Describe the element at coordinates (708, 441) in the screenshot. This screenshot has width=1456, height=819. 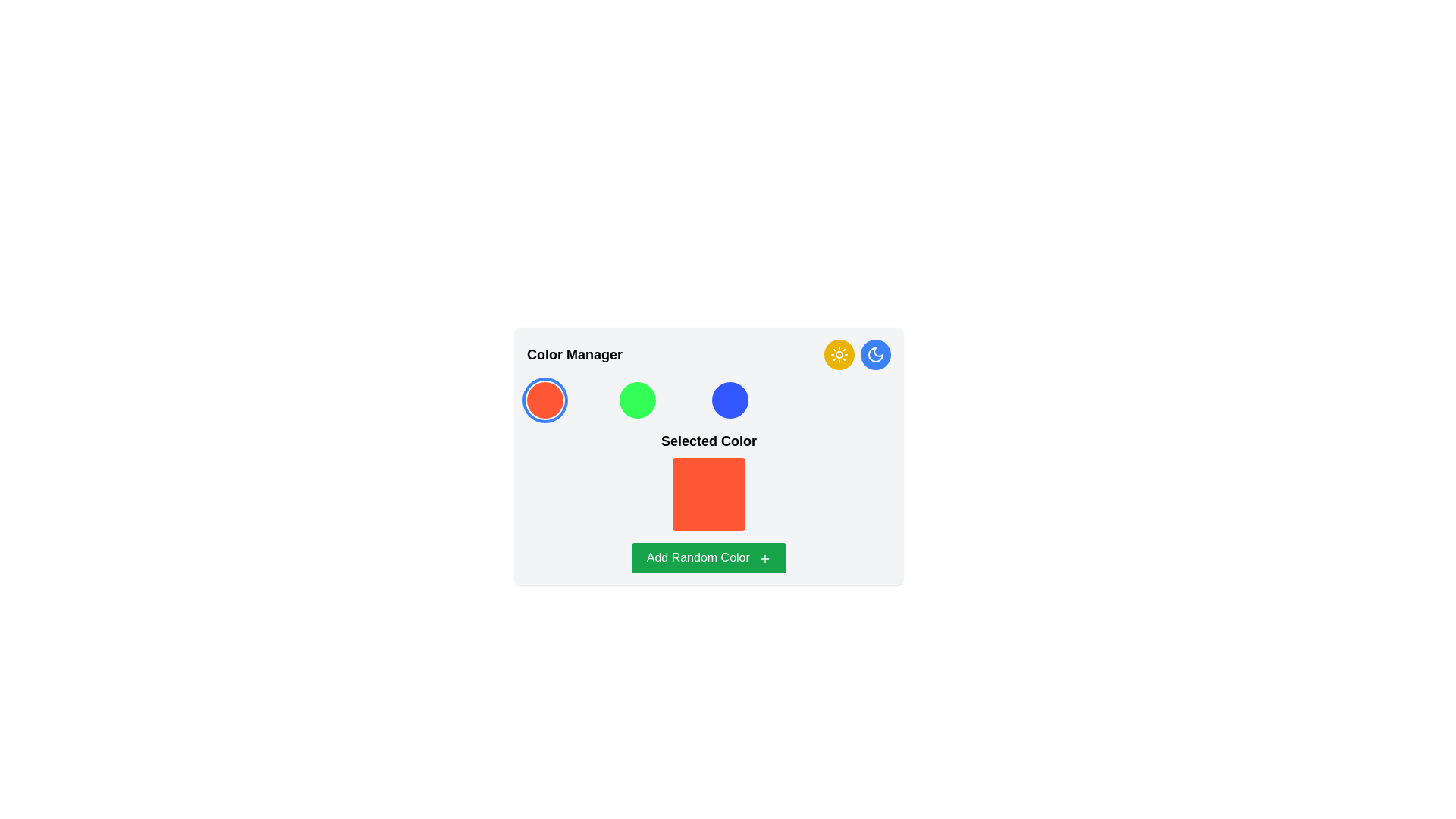
I see `the bold text label reading 'Selected Color', which is visually prominent and located below a row of three colored circles` at that location.